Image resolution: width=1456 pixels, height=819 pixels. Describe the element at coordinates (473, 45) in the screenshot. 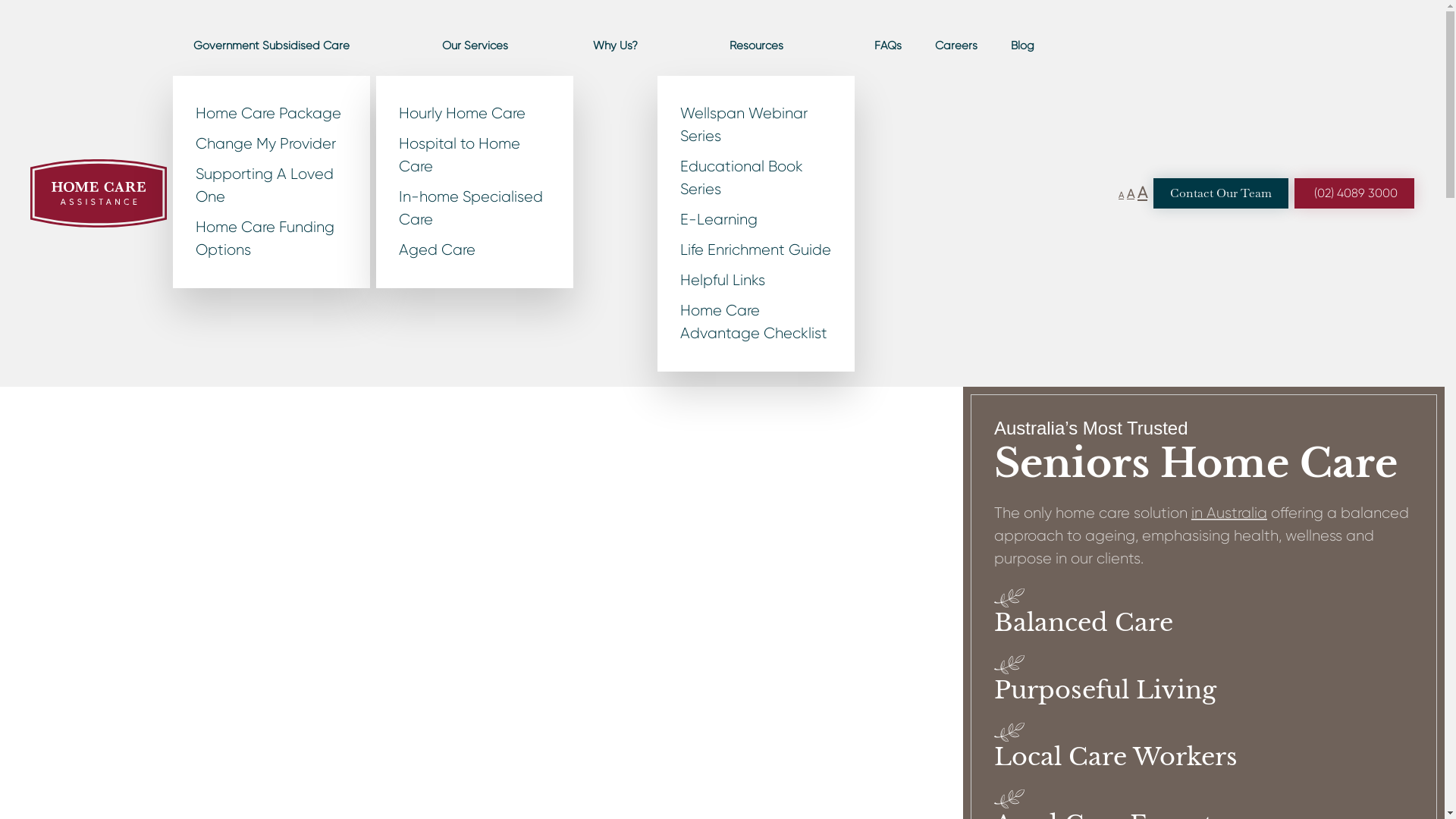

I see `'Our Services'` at that location.